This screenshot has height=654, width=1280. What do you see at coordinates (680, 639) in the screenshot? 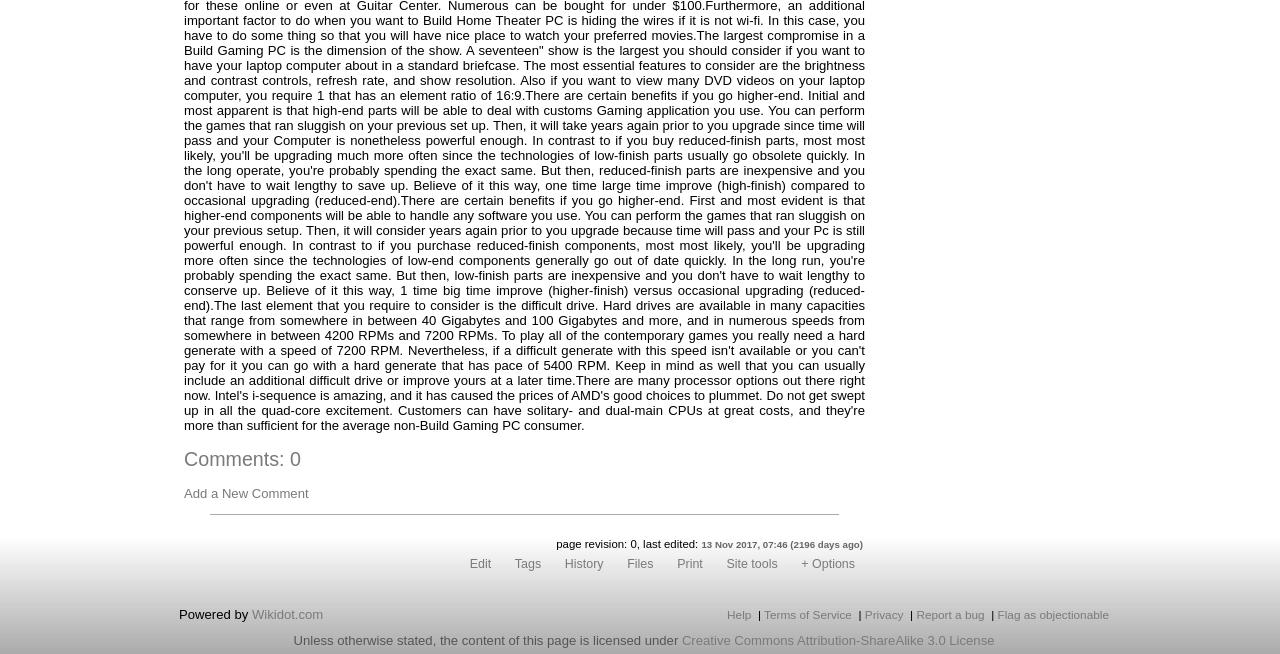
I see `'Creative Commons Attribution-ShareAlike 3.0 License'` at bounding box center [680, 639].